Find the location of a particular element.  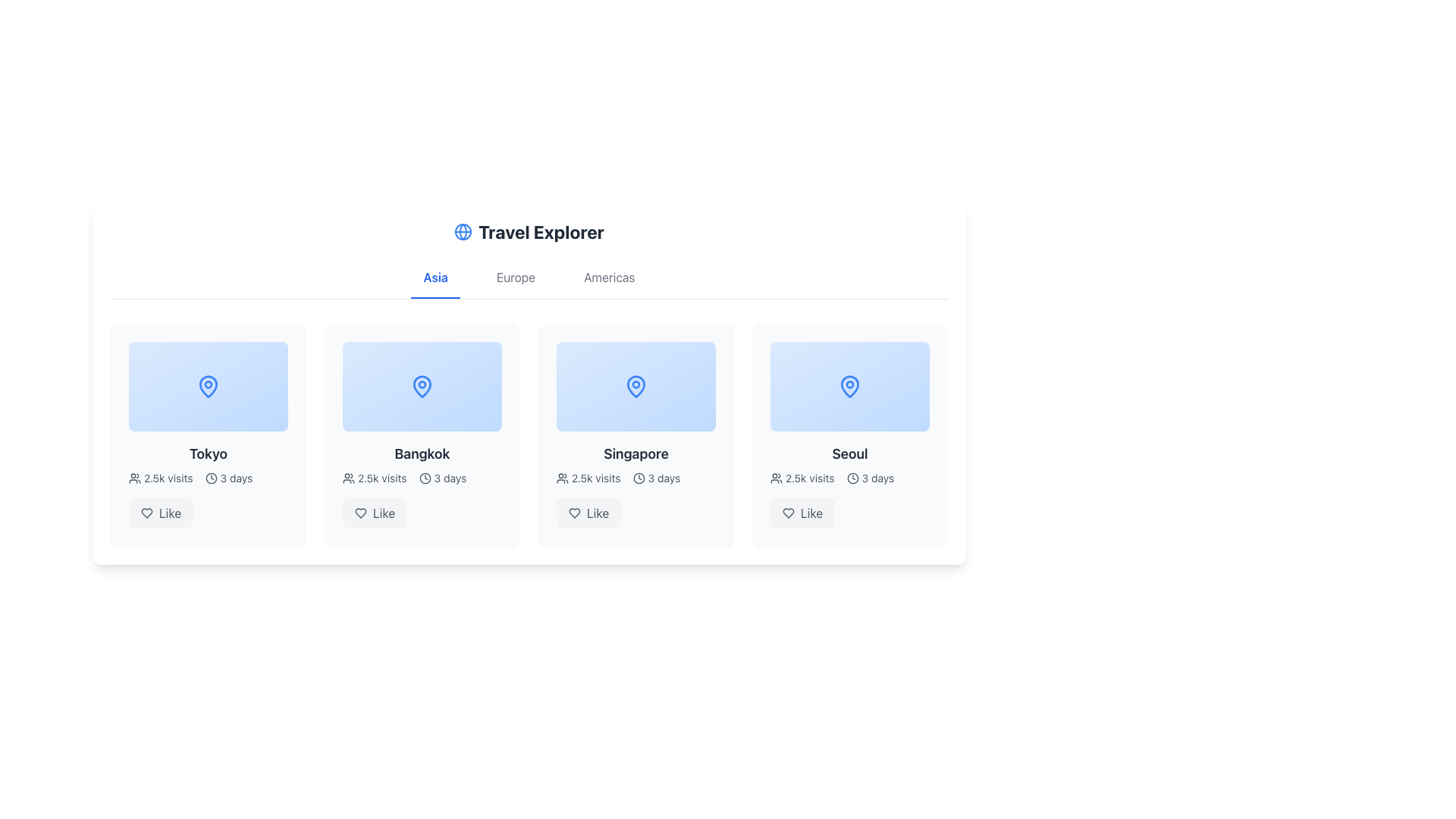

the clock icon located to the left of the '3 days' text in the card component for 'Seoul' is located at coordinates (852, 479).